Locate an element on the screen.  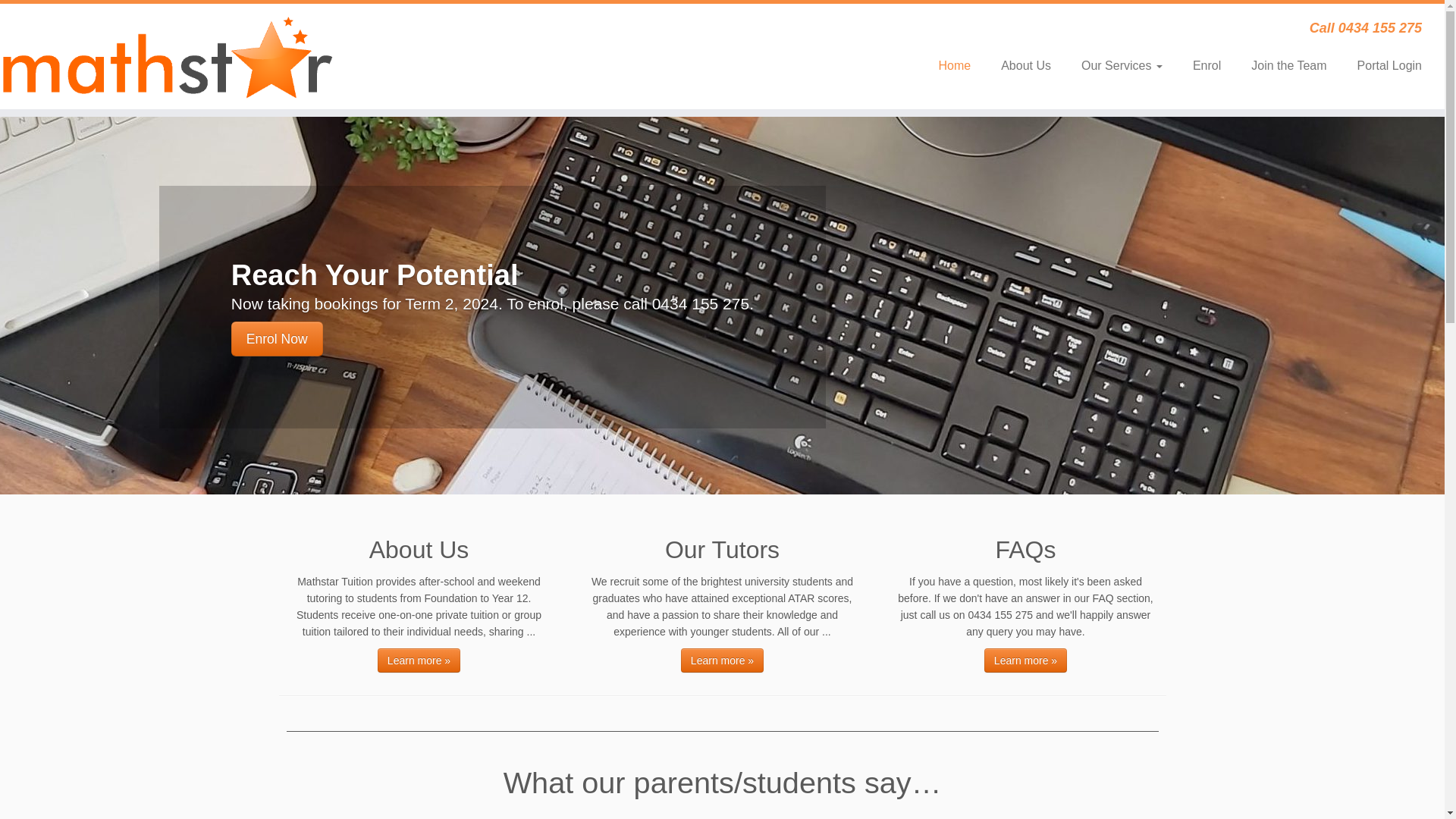
'Our Services' is located at coordinates (1122, 65).